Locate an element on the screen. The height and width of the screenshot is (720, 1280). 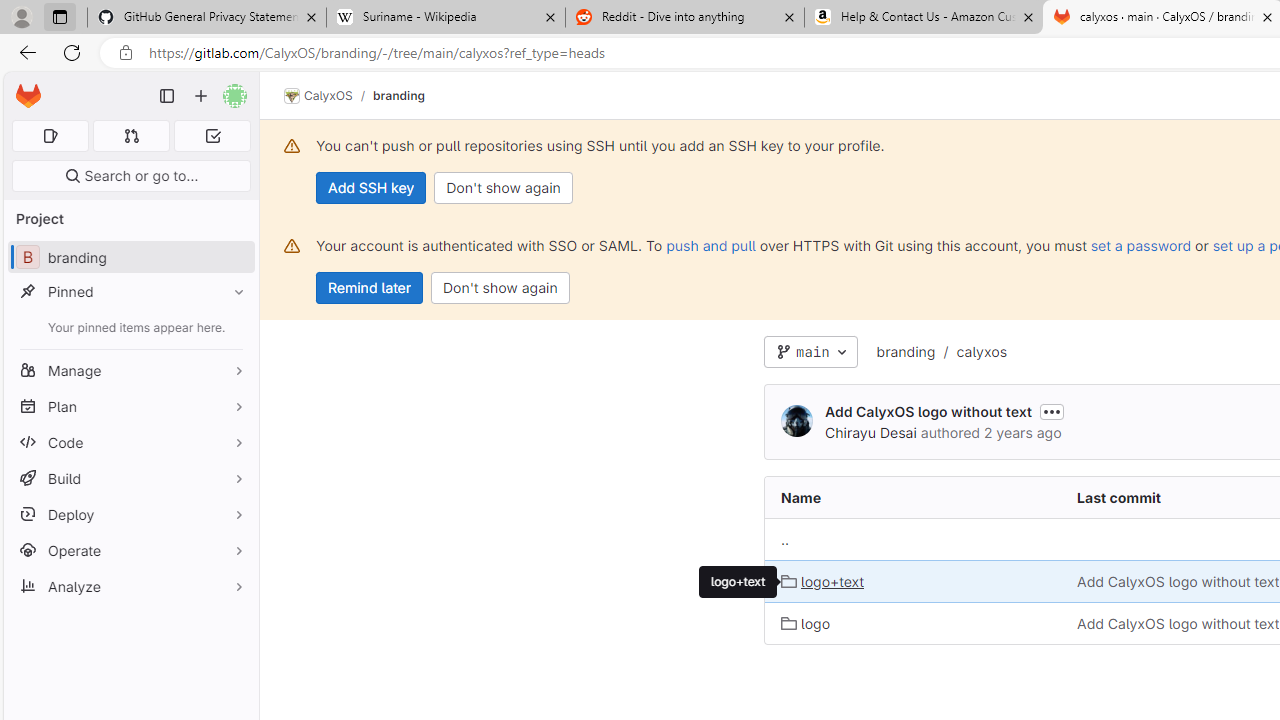
'Skip to main content' is located at coordinates (23, 86).